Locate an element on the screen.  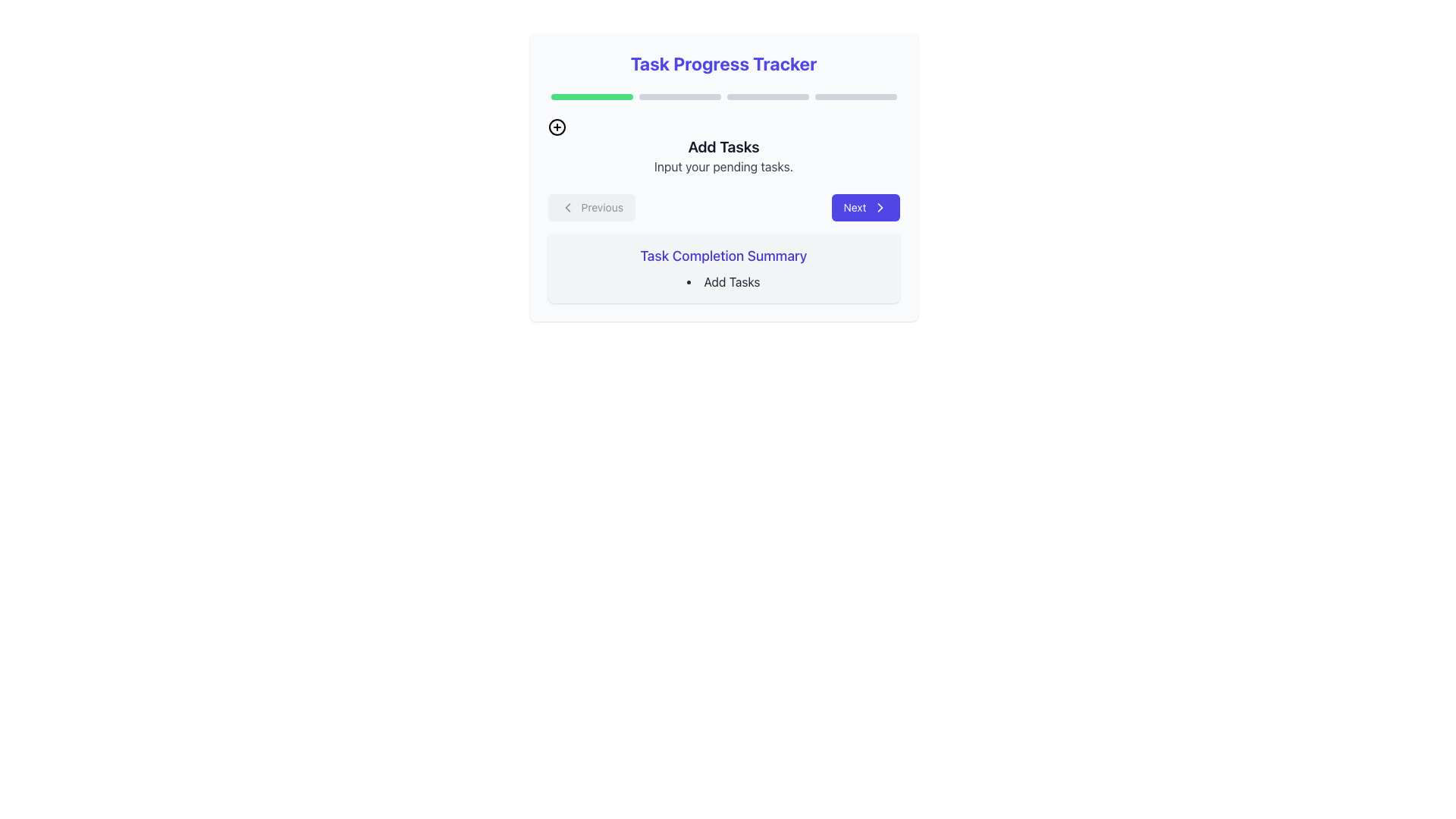
the second progress indicator segment, which is a rounded gray bar representing part of a progress bar, located near the top section below the title 'Task Progress Tracker' is located at coordinates (679, 96).